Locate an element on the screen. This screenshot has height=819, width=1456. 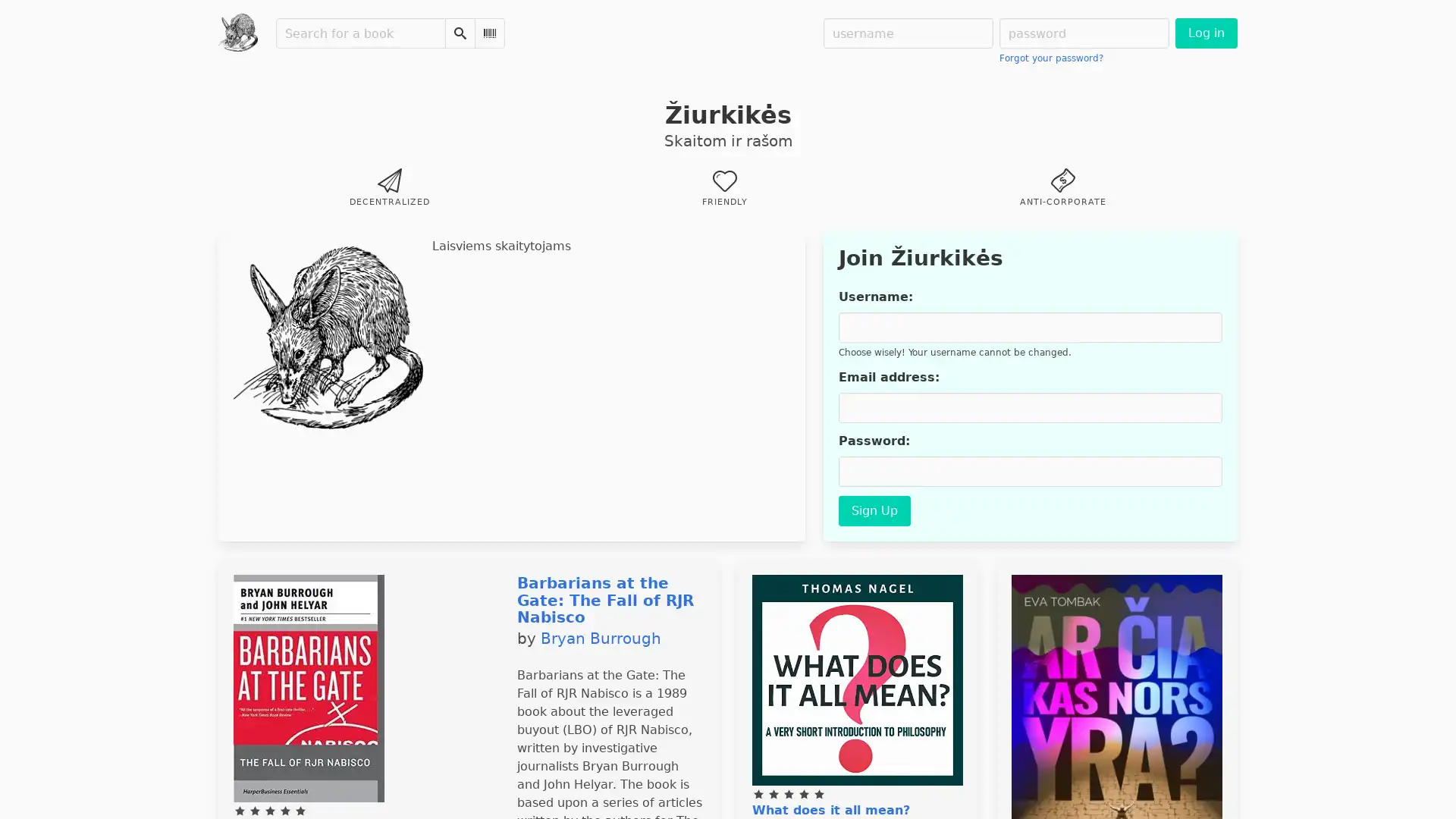
Sign Up is located at coordinates (874, 511).